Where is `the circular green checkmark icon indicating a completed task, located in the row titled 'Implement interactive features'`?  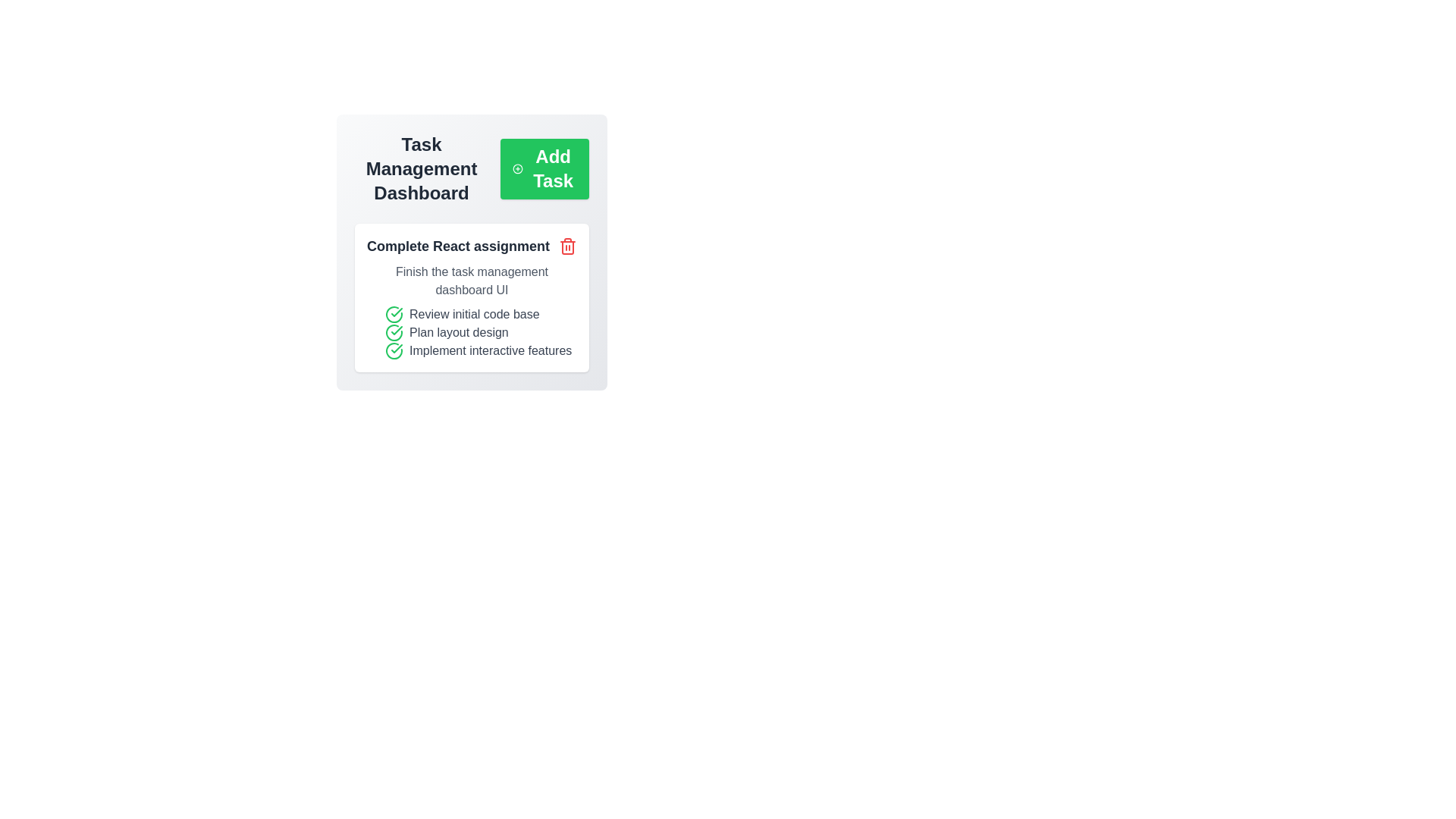
the circular green checkmark icon indicating a completed task, located in the row titled 'Implement interactive features' is located at coordinates (394, 350).